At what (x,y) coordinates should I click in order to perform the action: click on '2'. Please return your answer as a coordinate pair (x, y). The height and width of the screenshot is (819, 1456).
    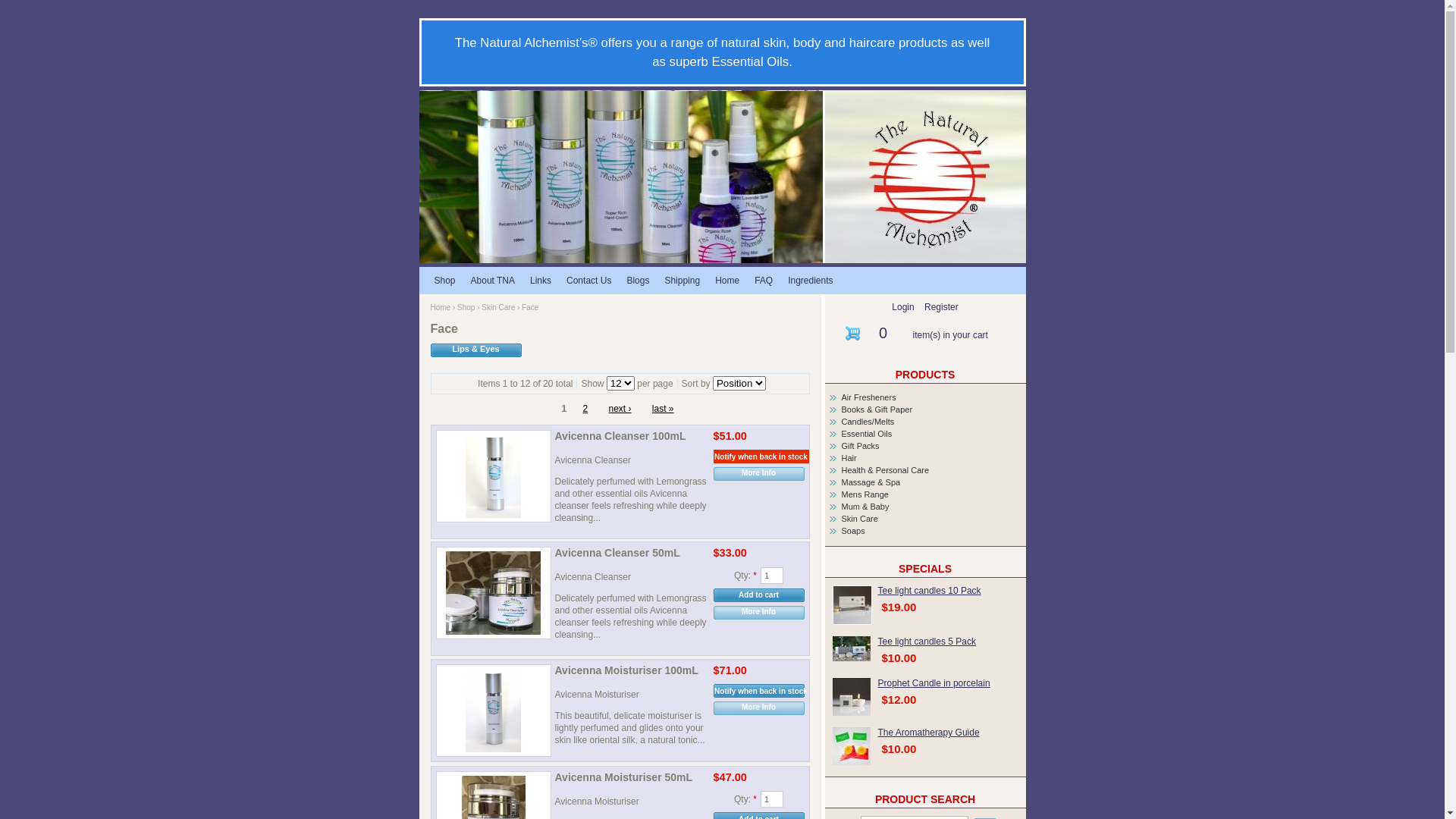
    Looking at the image, I should click on (584, 408).